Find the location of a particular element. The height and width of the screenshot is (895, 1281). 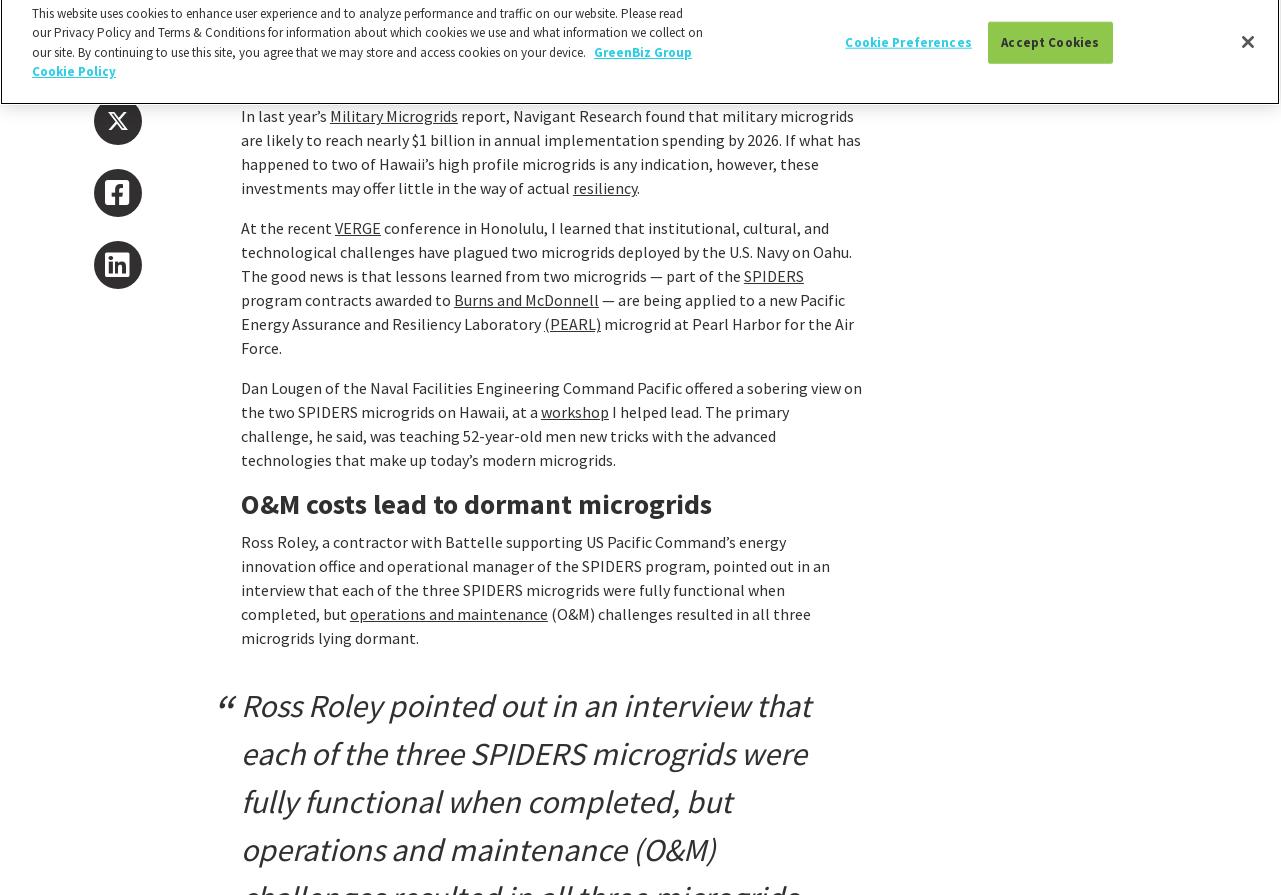

'workshop' is located at coordinates (574, 411).